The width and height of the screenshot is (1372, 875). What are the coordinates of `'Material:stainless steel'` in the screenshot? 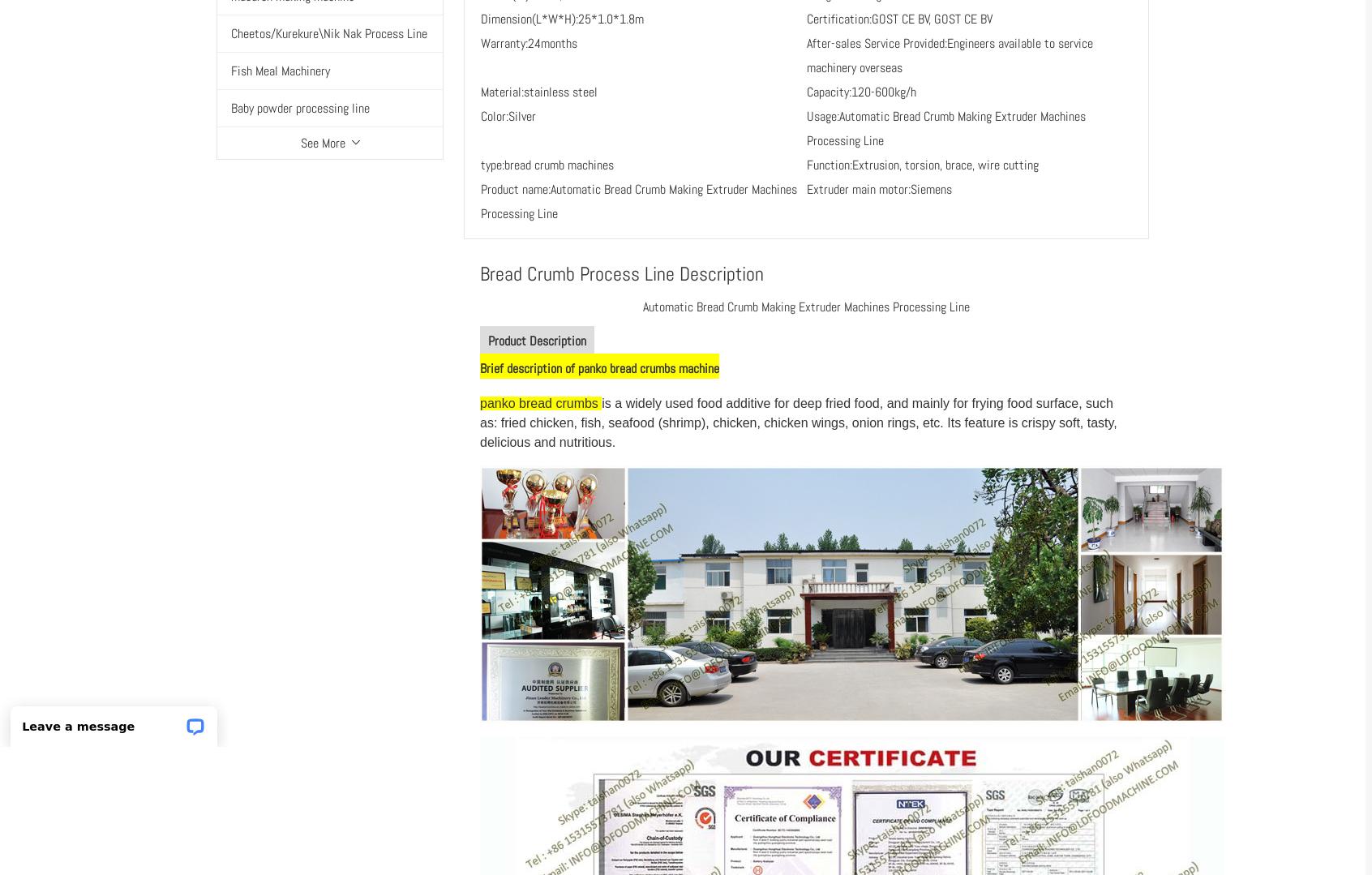 It's located at (538, 91).